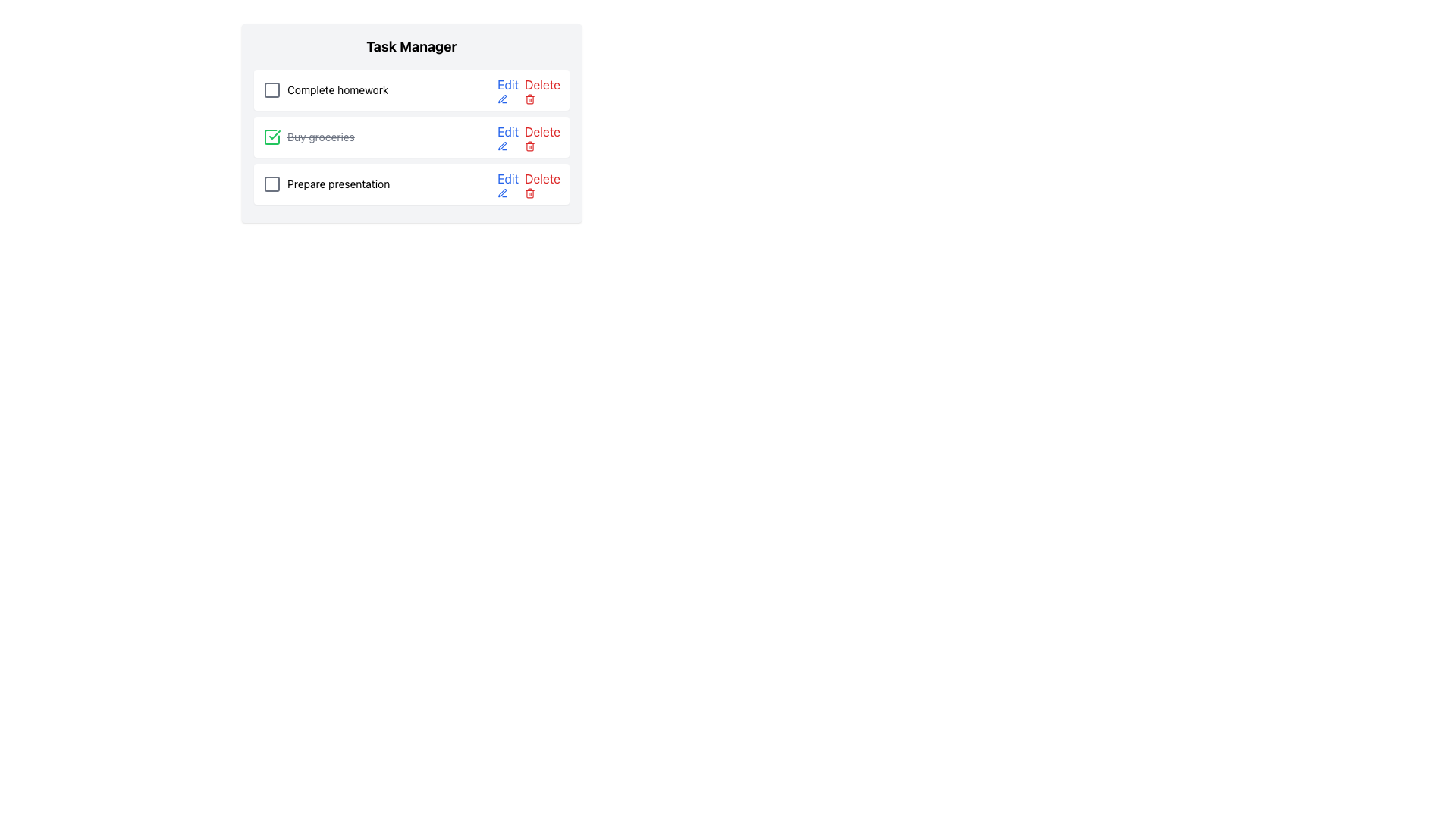 The height and width of the screenshot is (819, 1456). What do you see at coordinates (272, 137) in the screenshot?
I see `the green checkbox icon with a check mark that indicates the task 'Buy groceries' has been completed` at bounding box center [272, 137].